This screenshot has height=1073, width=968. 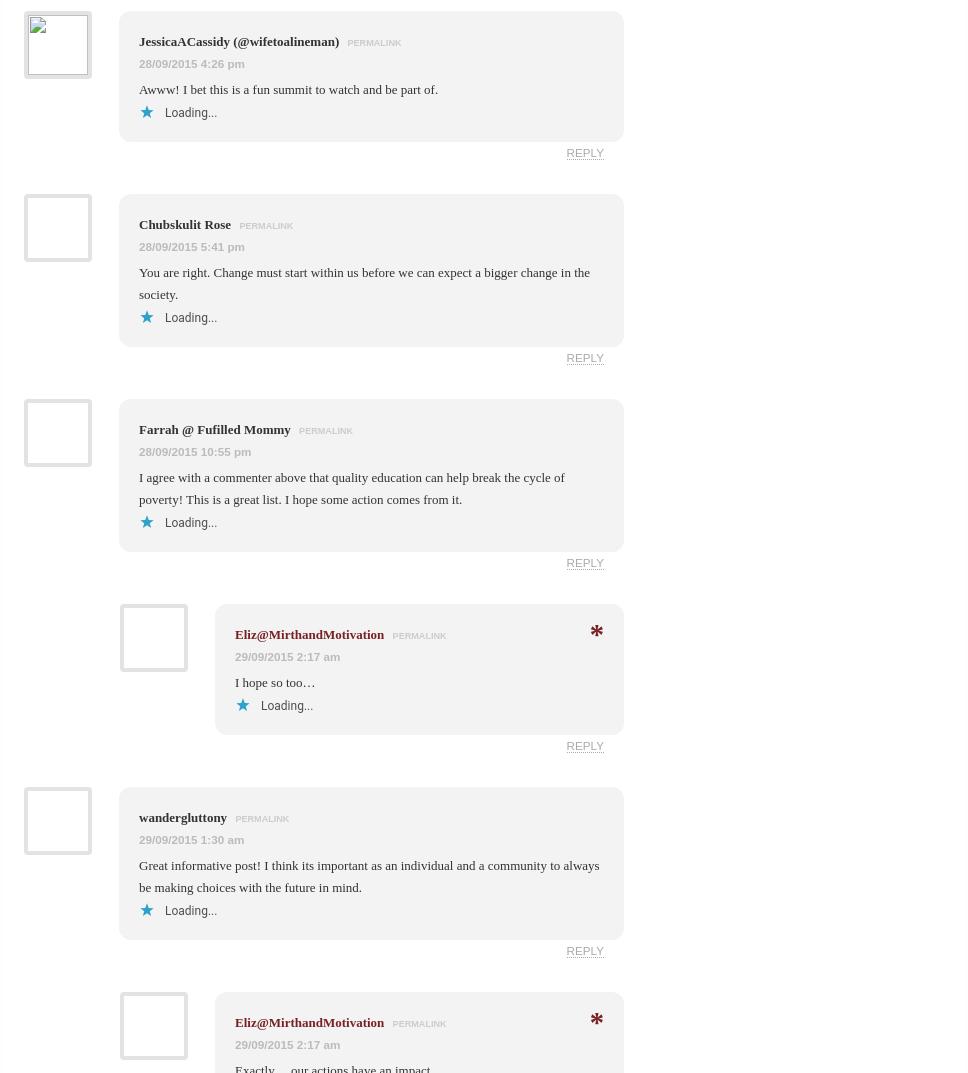 I want to click on 'Chubskulit Rose', so click(x=186, y=223).